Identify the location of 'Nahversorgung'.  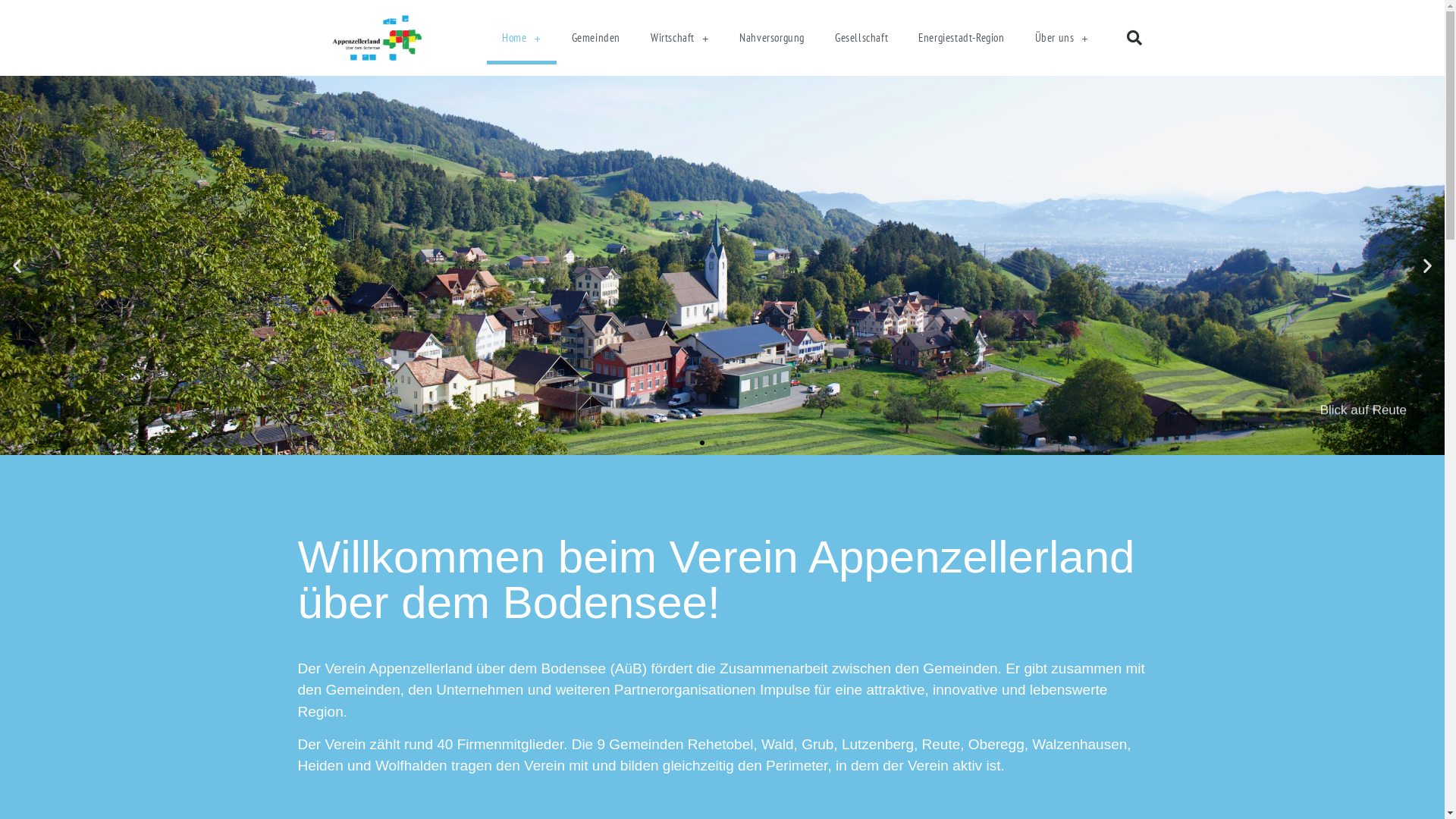
(771, 37).